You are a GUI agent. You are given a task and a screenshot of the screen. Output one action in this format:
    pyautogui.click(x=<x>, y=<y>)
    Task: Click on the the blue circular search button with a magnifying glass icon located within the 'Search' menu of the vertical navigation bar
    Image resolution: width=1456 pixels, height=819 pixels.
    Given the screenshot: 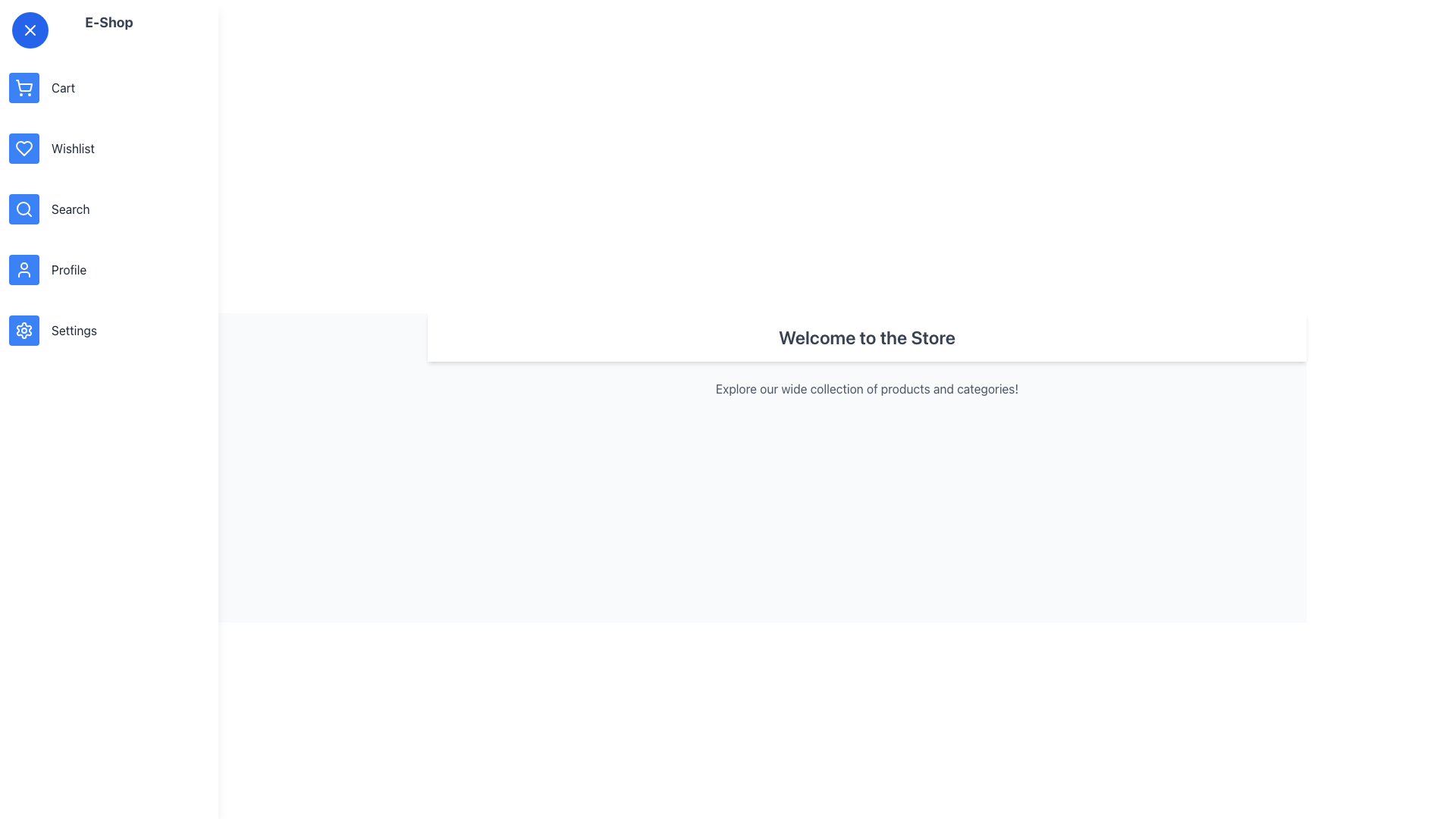 What is the action you would take?
    pyautogui.click(x=24, y=209)
    